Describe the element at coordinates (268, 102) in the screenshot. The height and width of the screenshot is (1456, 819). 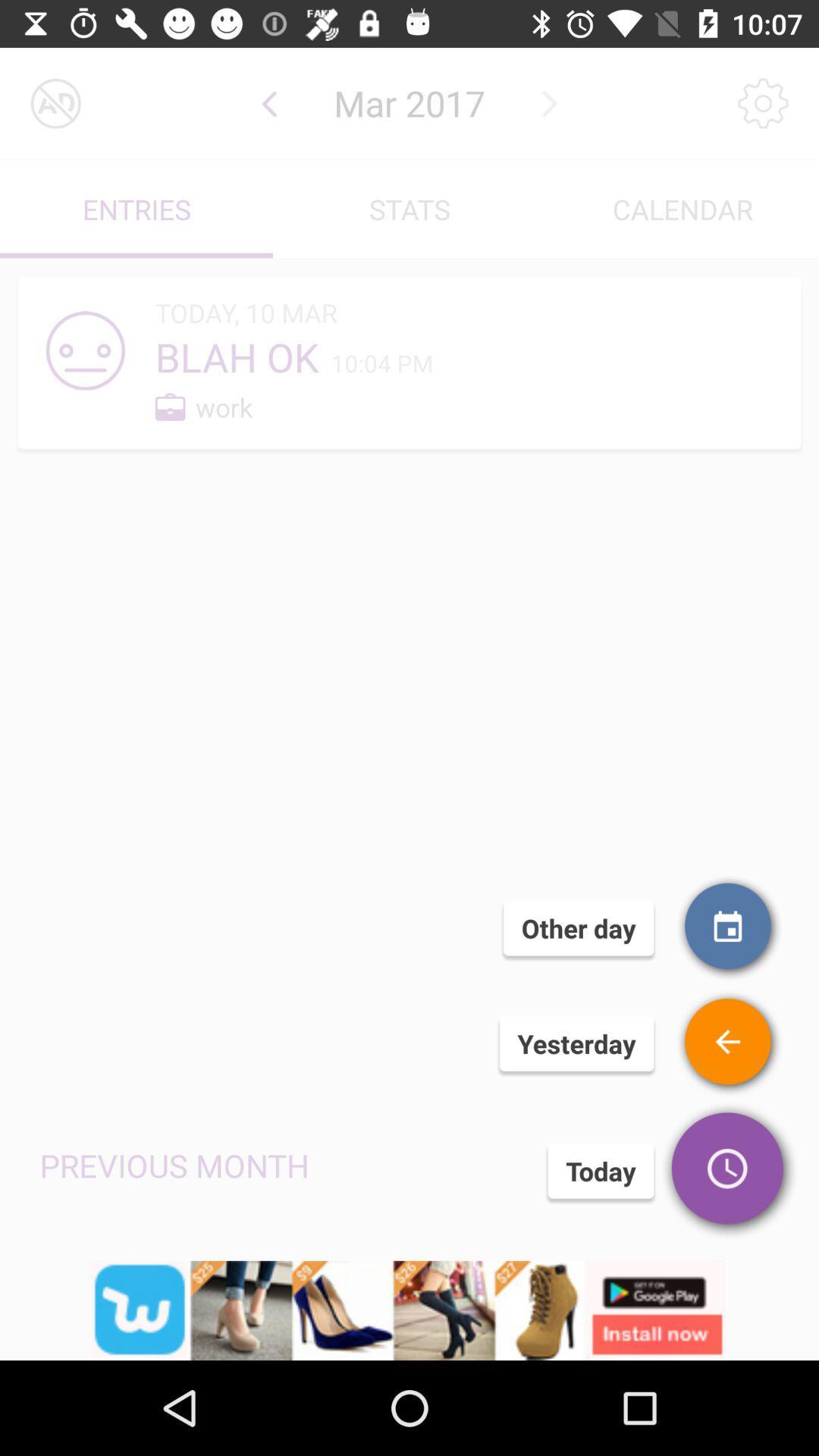
I see `the icon which is left side of mar 2017` at that location.